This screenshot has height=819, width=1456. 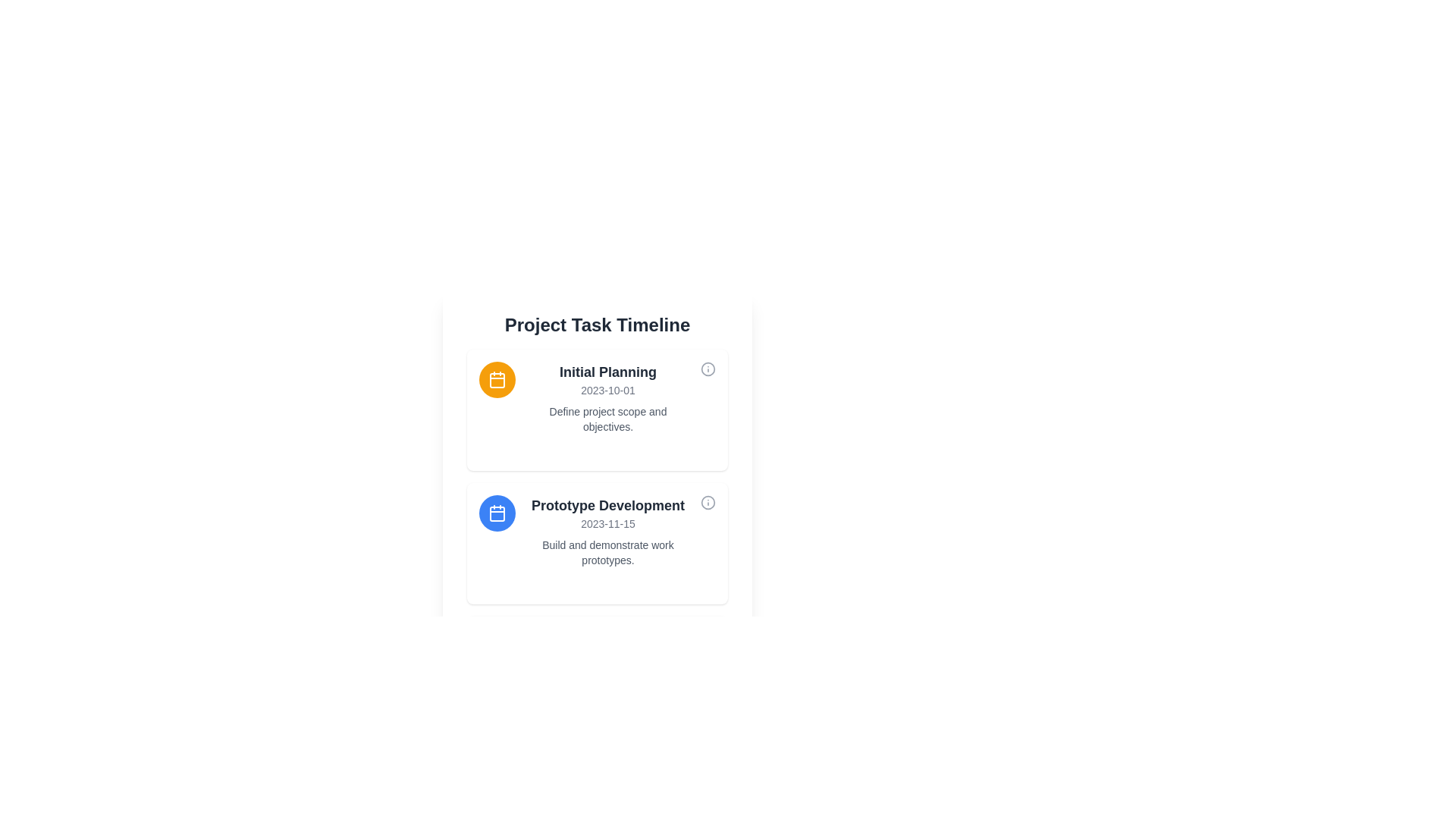 I want to click on the date text '2023-11-15' displayed in gray typeface, which is positioned below the title 'Prototype Development', so click(x=607, y=522).